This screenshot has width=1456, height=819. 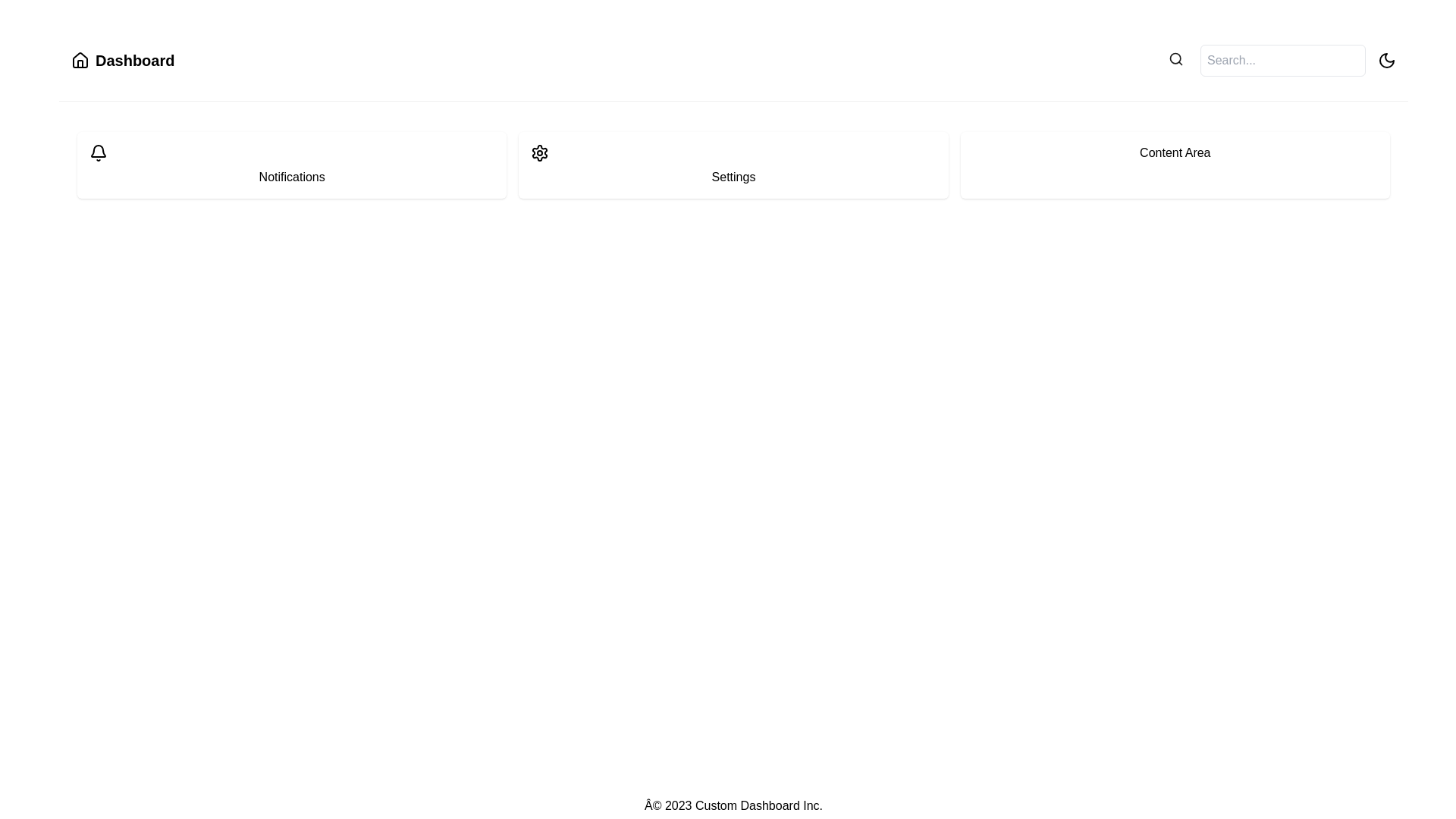 I want to click on the gear icon located within the 'Settings' card, so click(x=540, y=152).